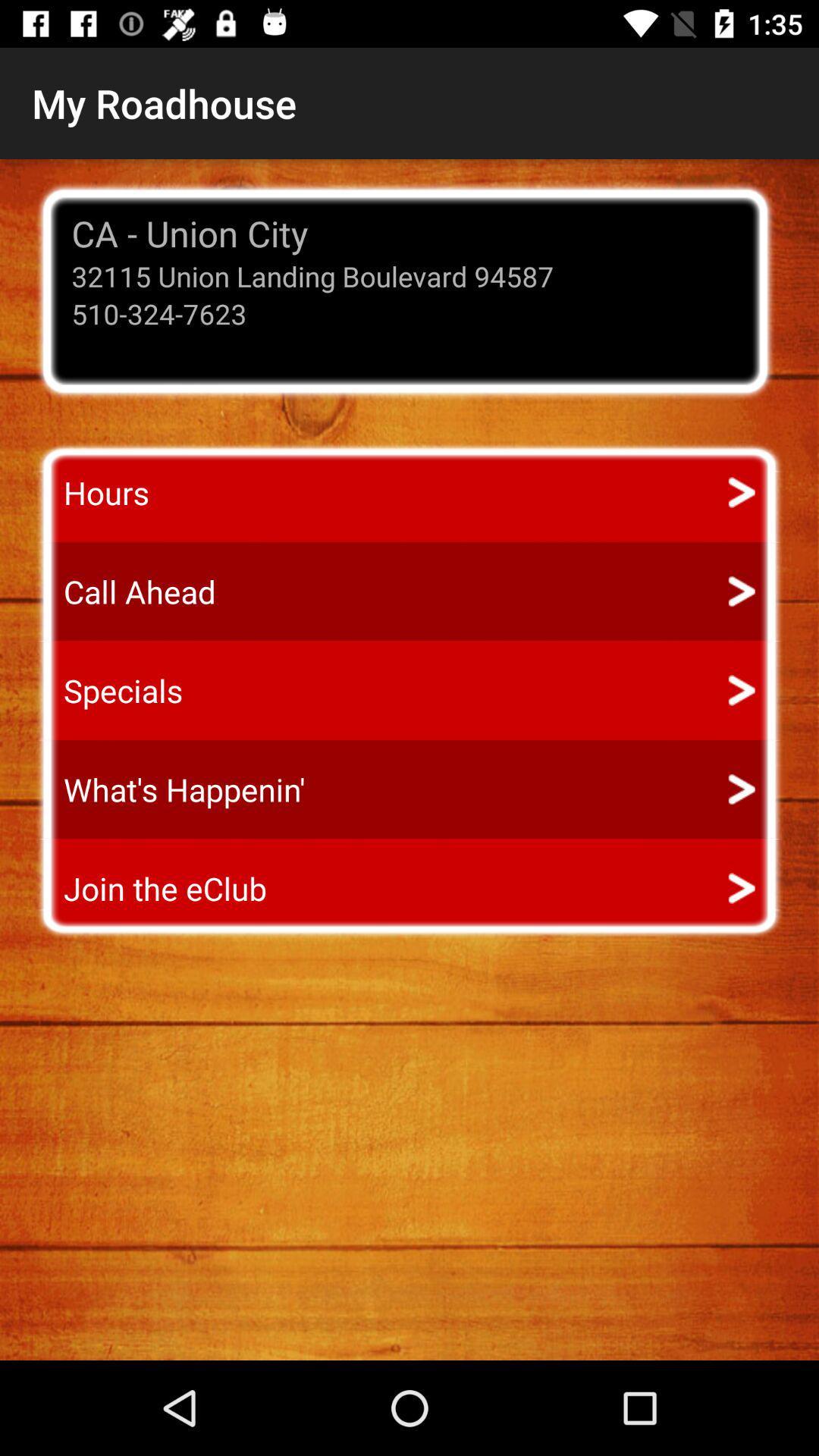  What do you see at coordinates (93, 492) in the screenshot?
I see `the app below the 510-324-7623` at bounding box center [93, 492].